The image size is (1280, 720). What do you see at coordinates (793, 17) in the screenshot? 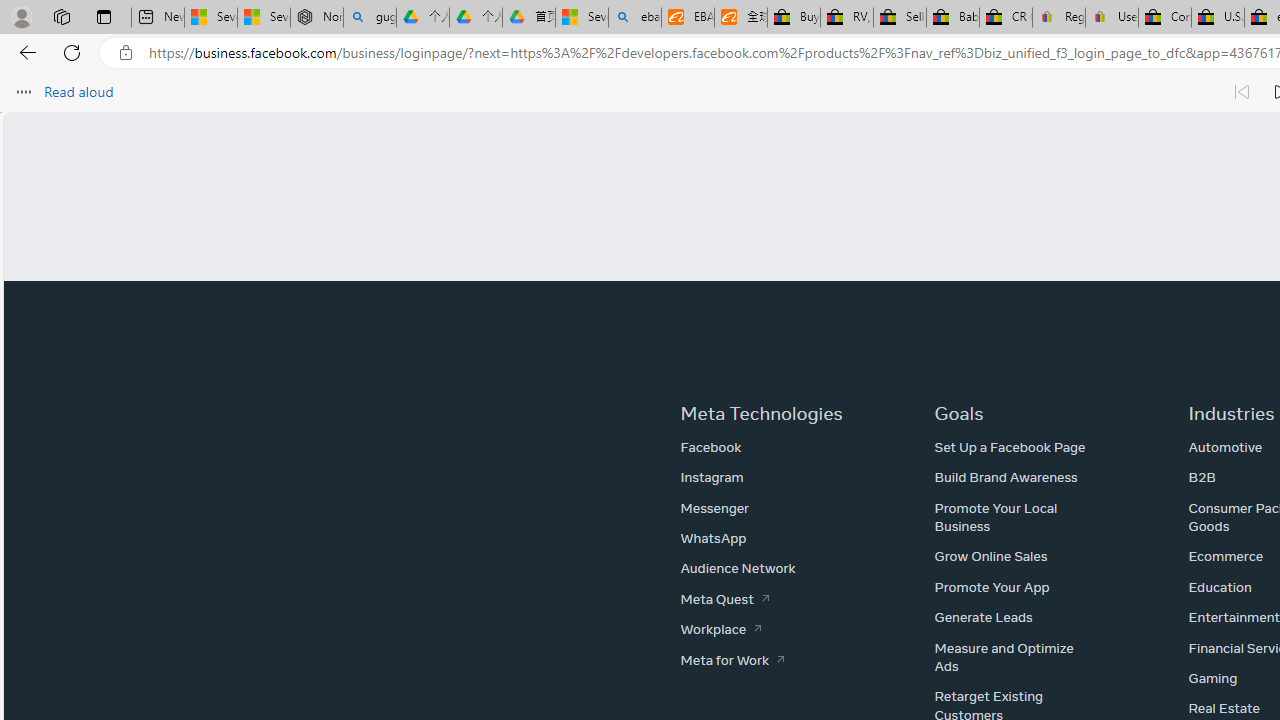
I see `'Buy Auto Parts & Accessories | eBay'` at bounding box center [793, 17].